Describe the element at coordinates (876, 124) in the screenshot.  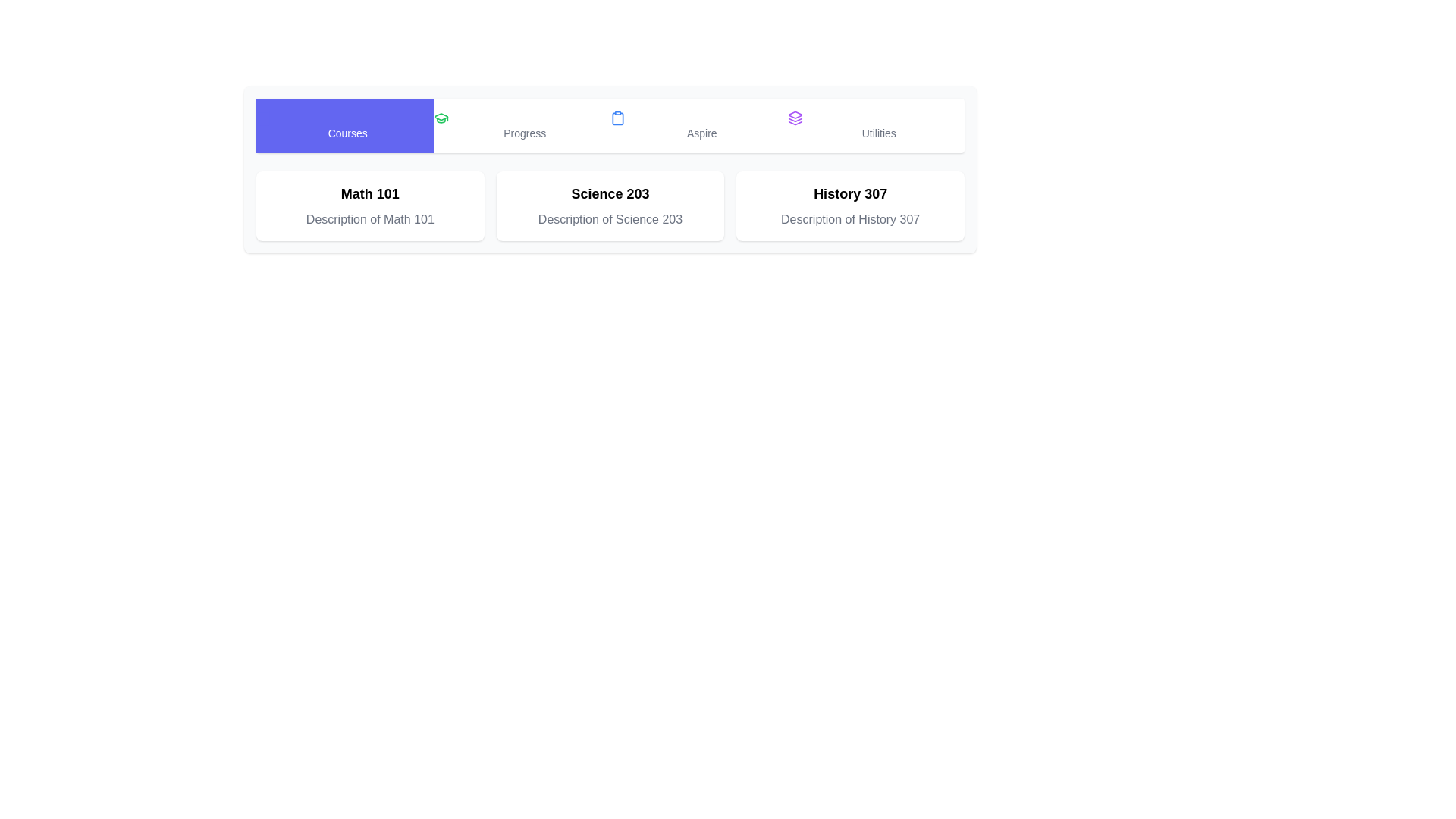
I see `the 'Utilities' navigation link with a purple icon and gray text for visual feedback` at that location.